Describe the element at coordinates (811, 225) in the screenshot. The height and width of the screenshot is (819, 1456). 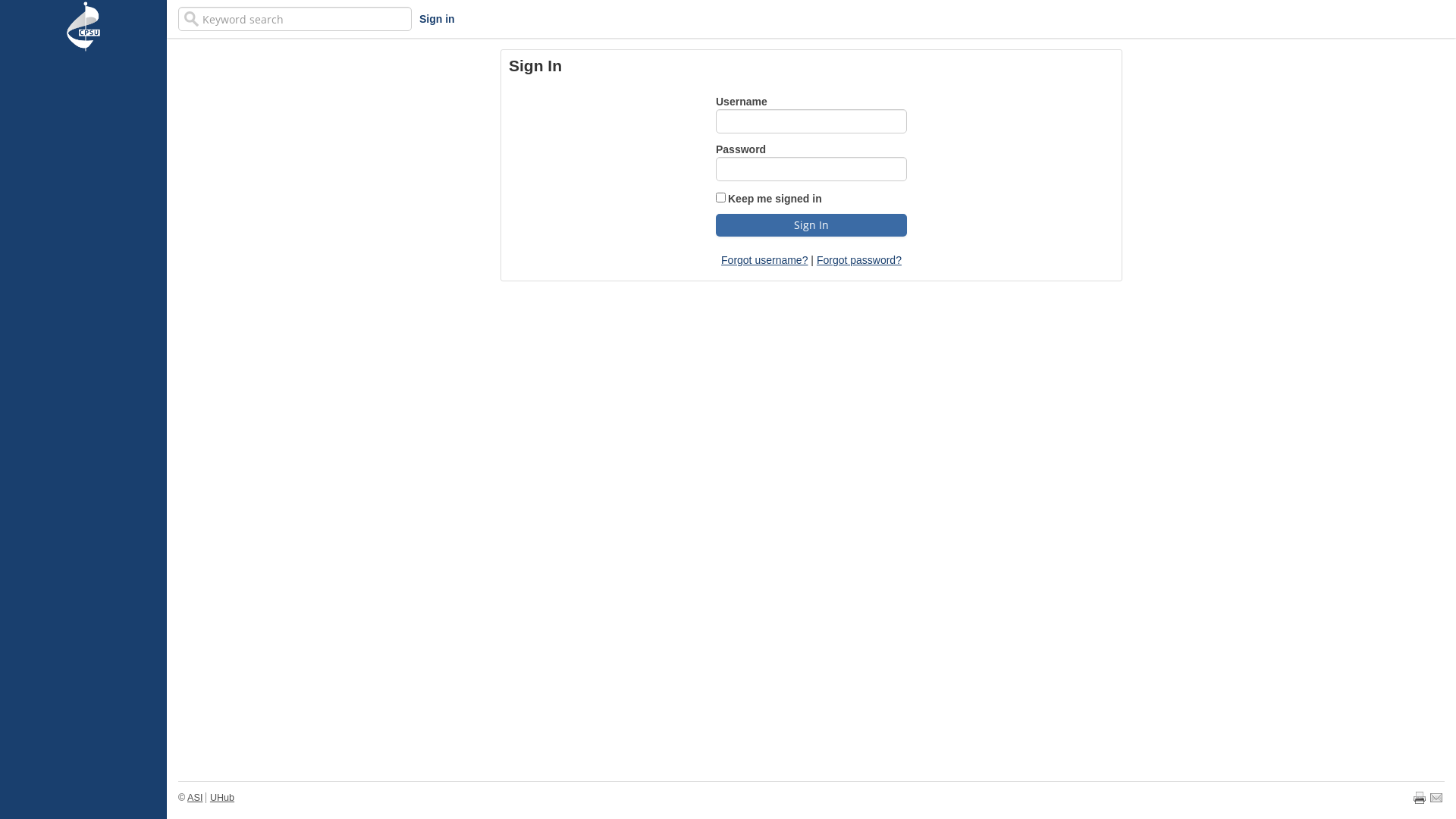
I see `'Sign In'` at that location.